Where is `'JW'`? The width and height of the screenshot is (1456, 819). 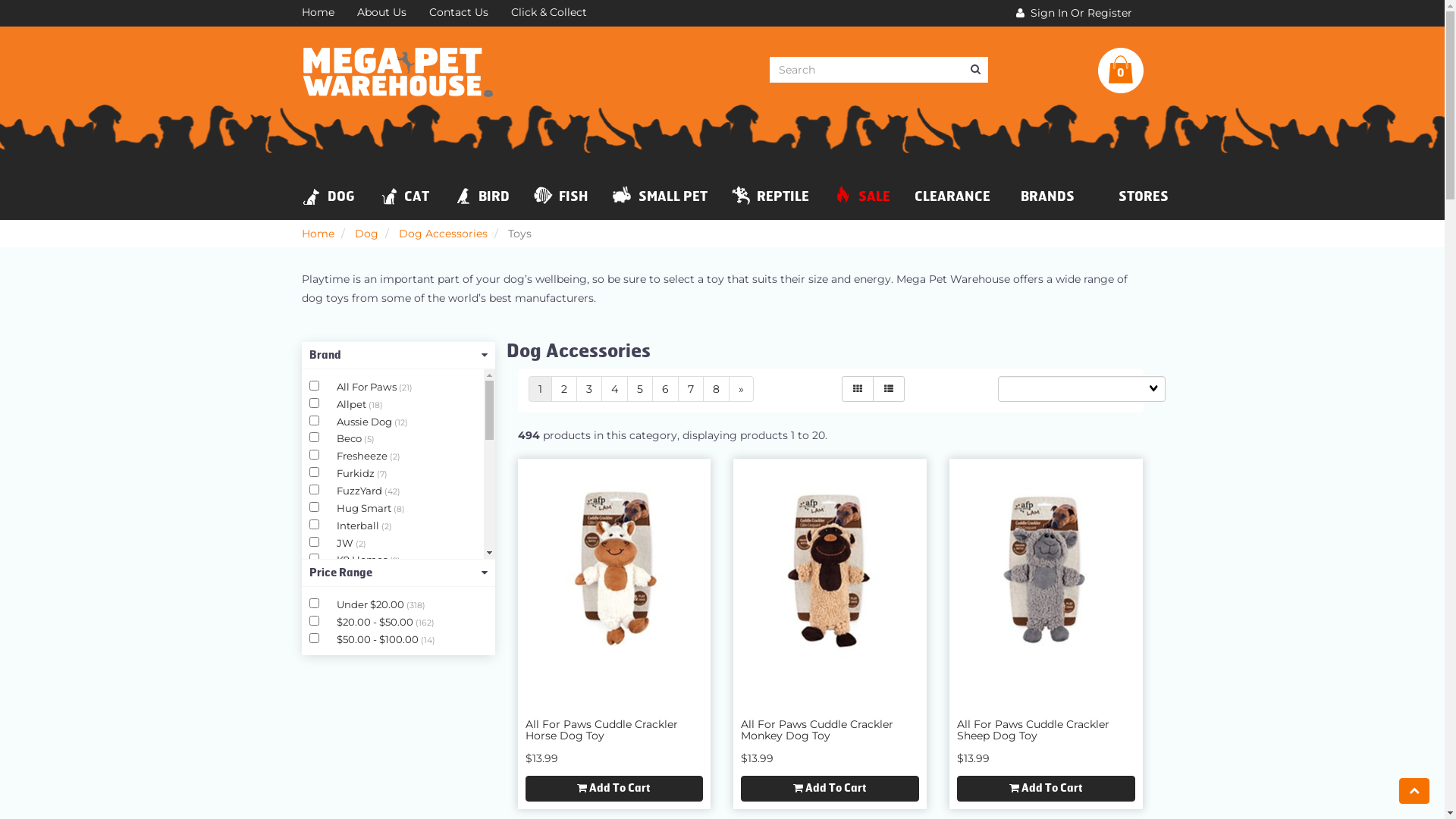 'JW' is located at coordinates (345, 542).